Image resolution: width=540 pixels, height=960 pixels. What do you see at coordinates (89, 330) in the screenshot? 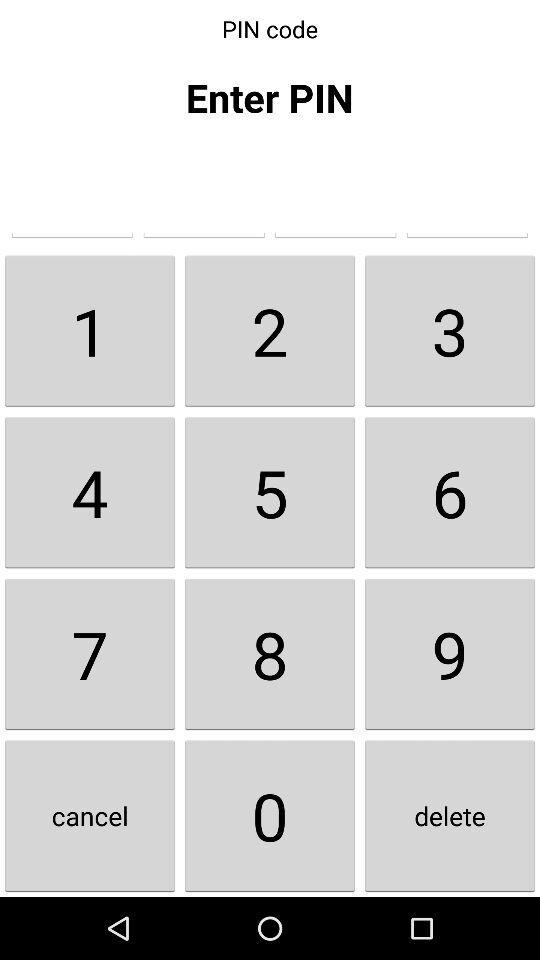
I see `the button next to the 2 item` at bounding box center [89, 330].